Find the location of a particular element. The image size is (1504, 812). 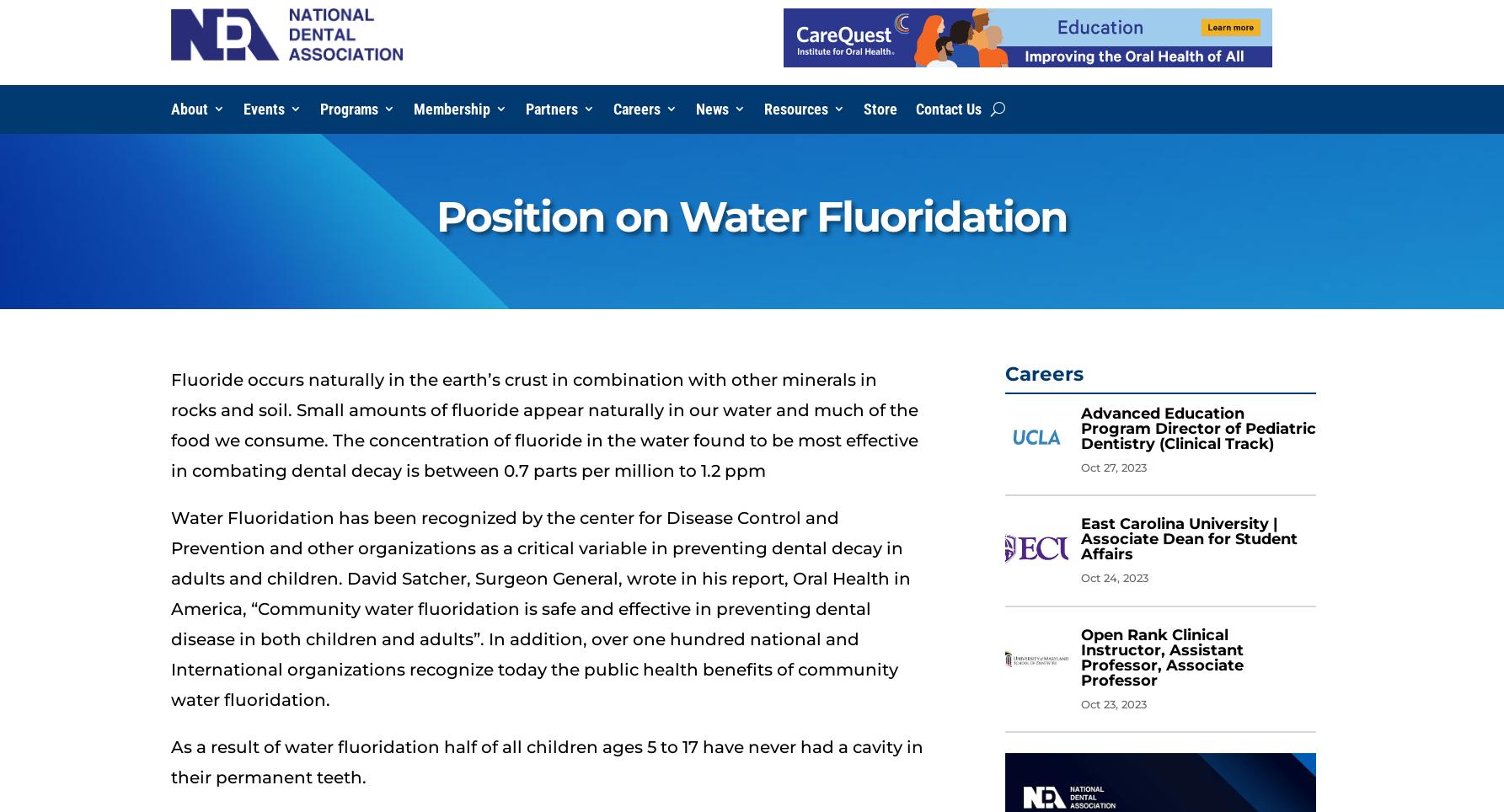

'2023 Convention Schedule' is located at coordinates (523, 175).